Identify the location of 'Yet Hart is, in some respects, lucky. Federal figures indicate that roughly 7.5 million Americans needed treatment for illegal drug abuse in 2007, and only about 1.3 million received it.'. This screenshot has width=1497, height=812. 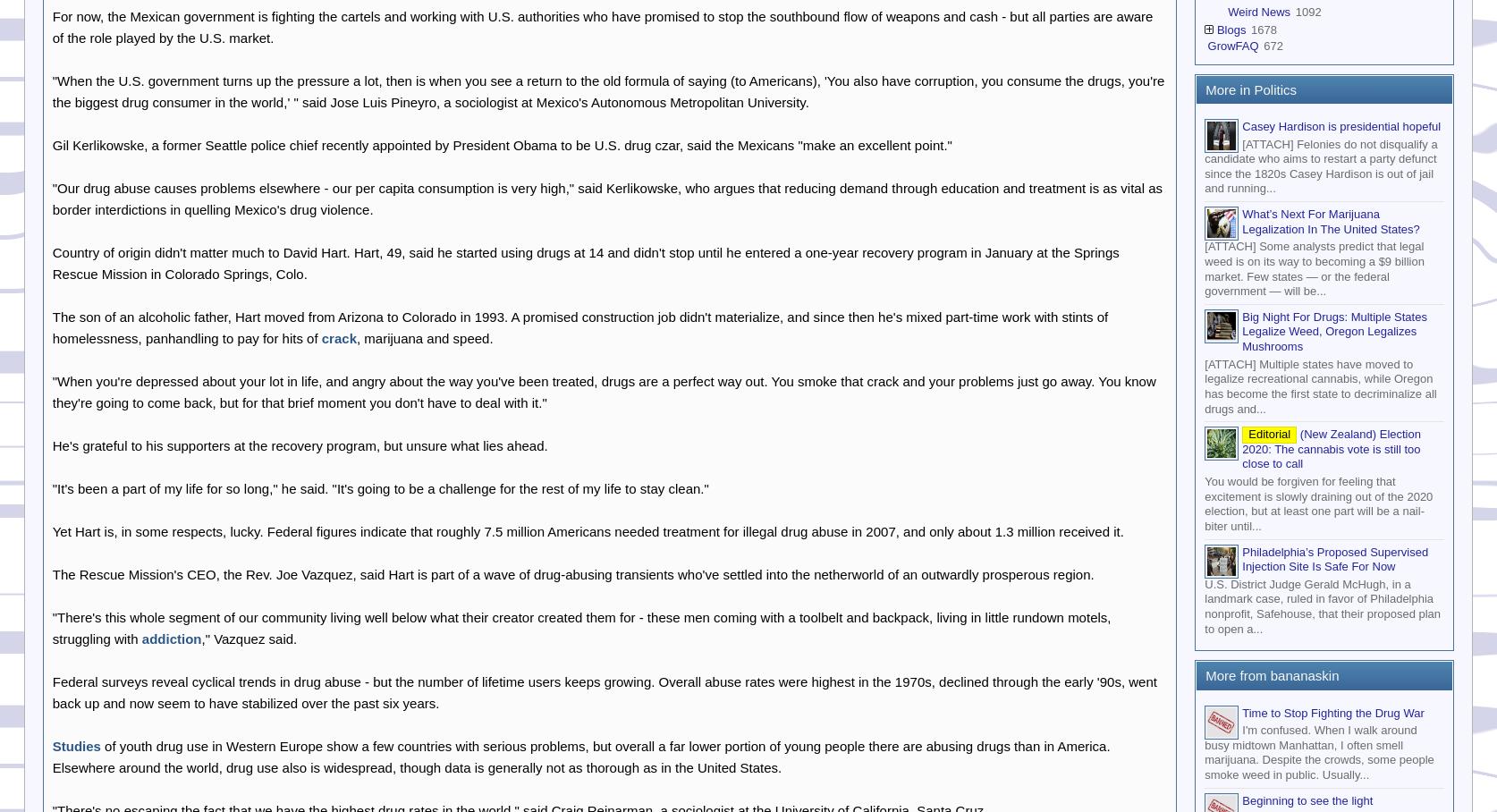
(588, 530).